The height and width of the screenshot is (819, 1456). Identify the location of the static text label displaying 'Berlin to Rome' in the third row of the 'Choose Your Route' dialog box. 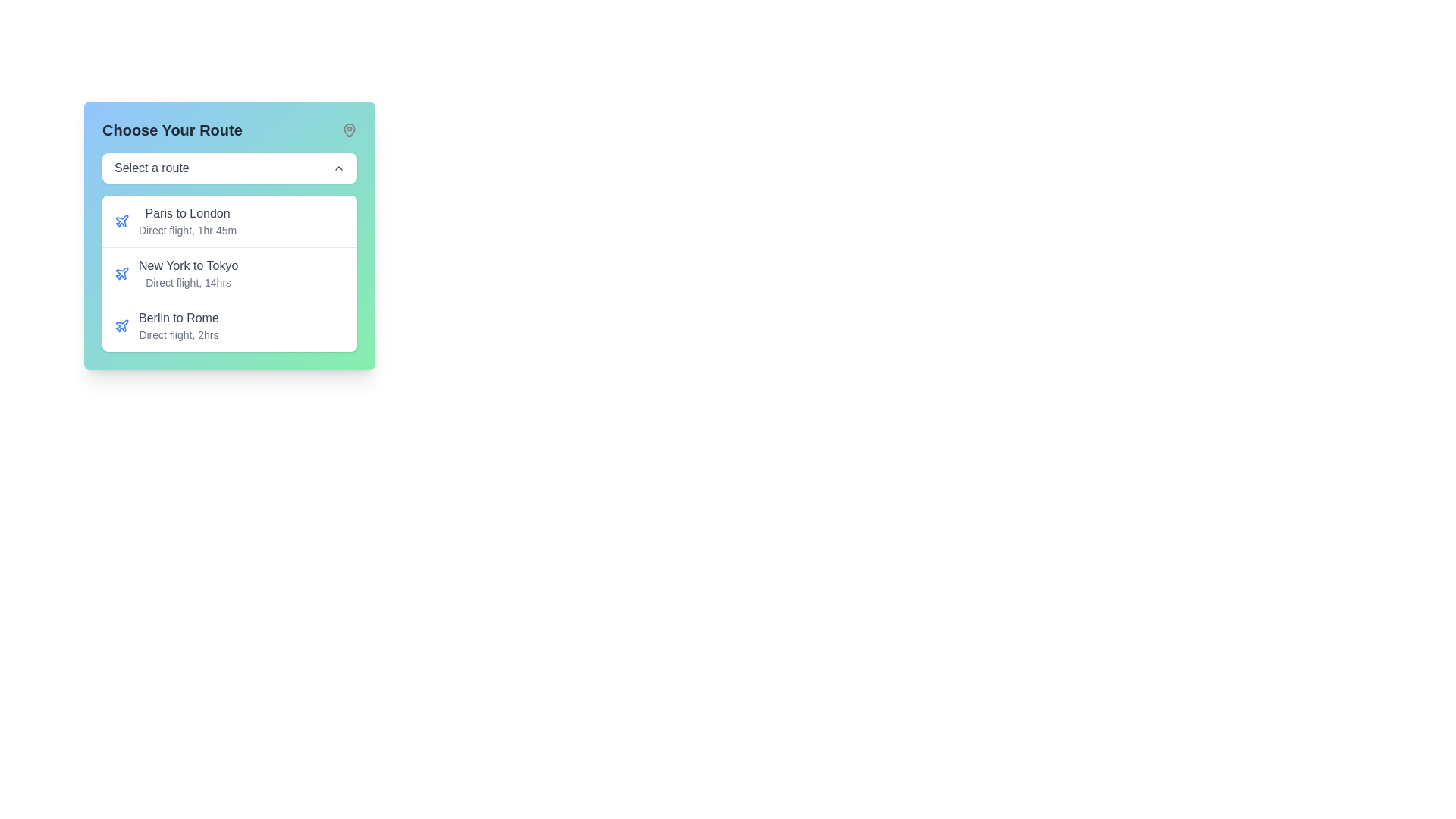
(178, 318).